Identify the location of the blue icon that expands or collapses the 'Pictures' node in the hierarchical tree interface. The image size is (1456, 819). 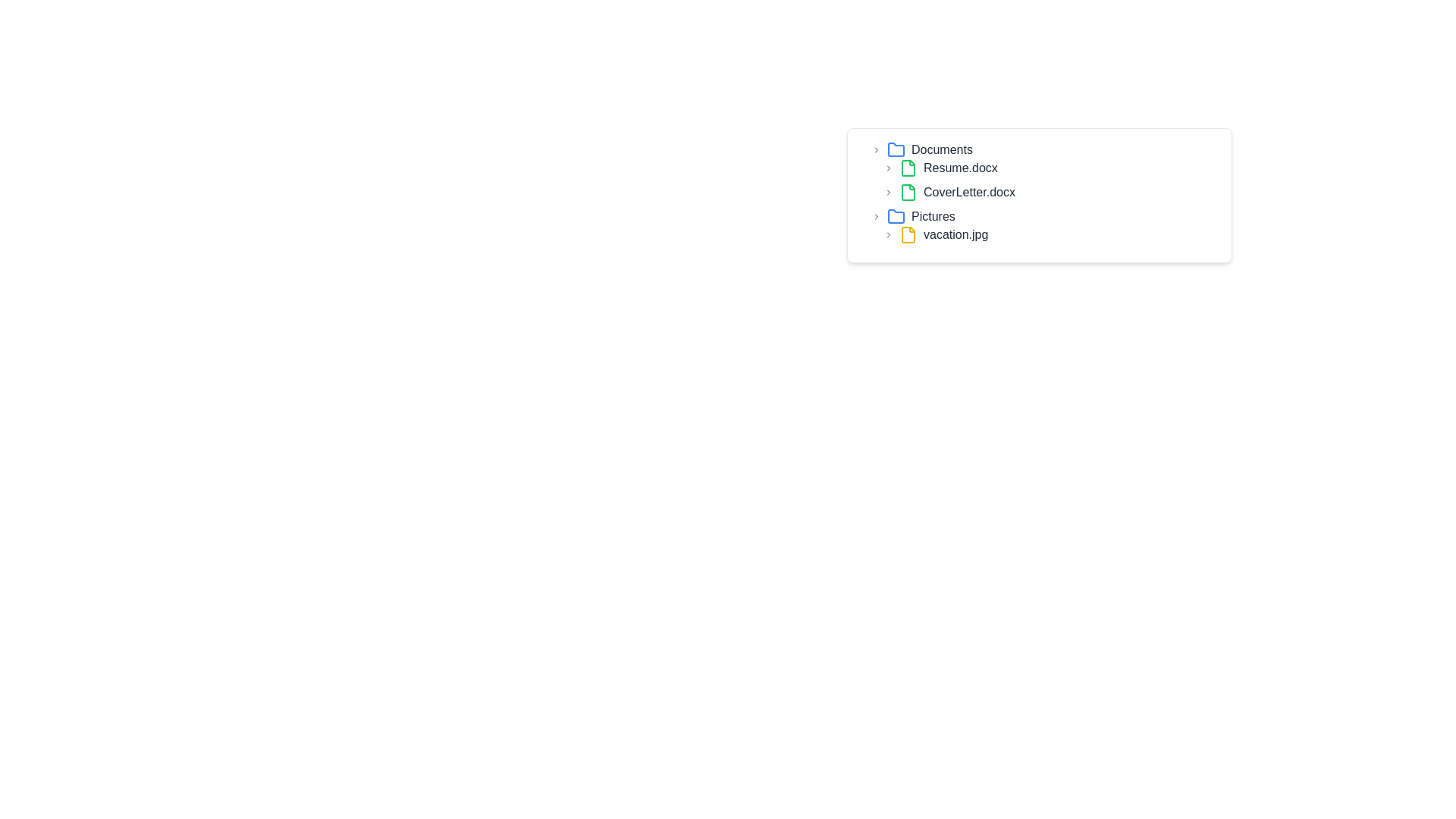
(877, 216).